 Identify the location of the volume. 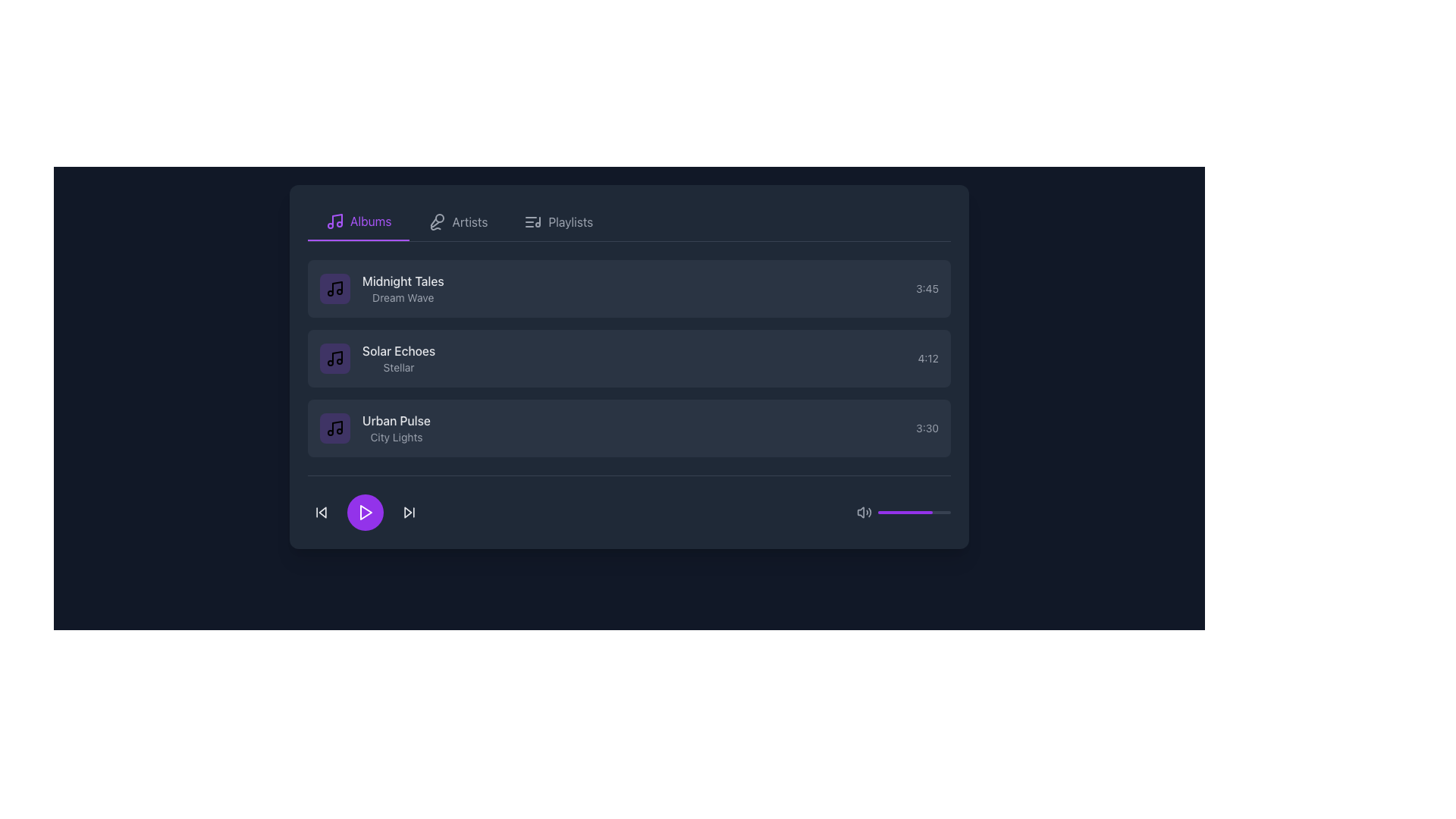
(947, 512).